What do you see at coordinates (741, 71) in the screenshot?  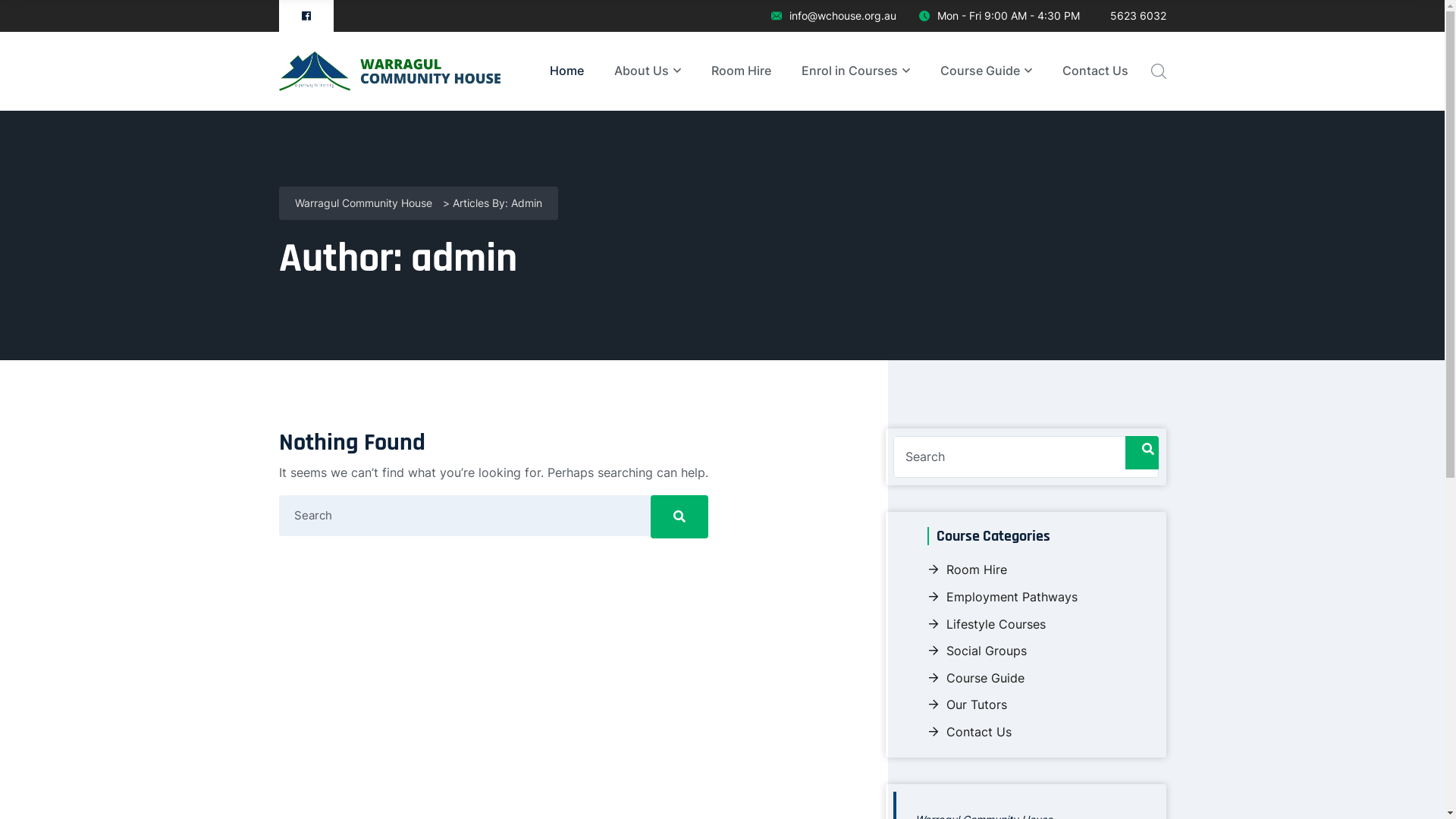 I see `'Room Hire'` at bounding box center [741, 71].